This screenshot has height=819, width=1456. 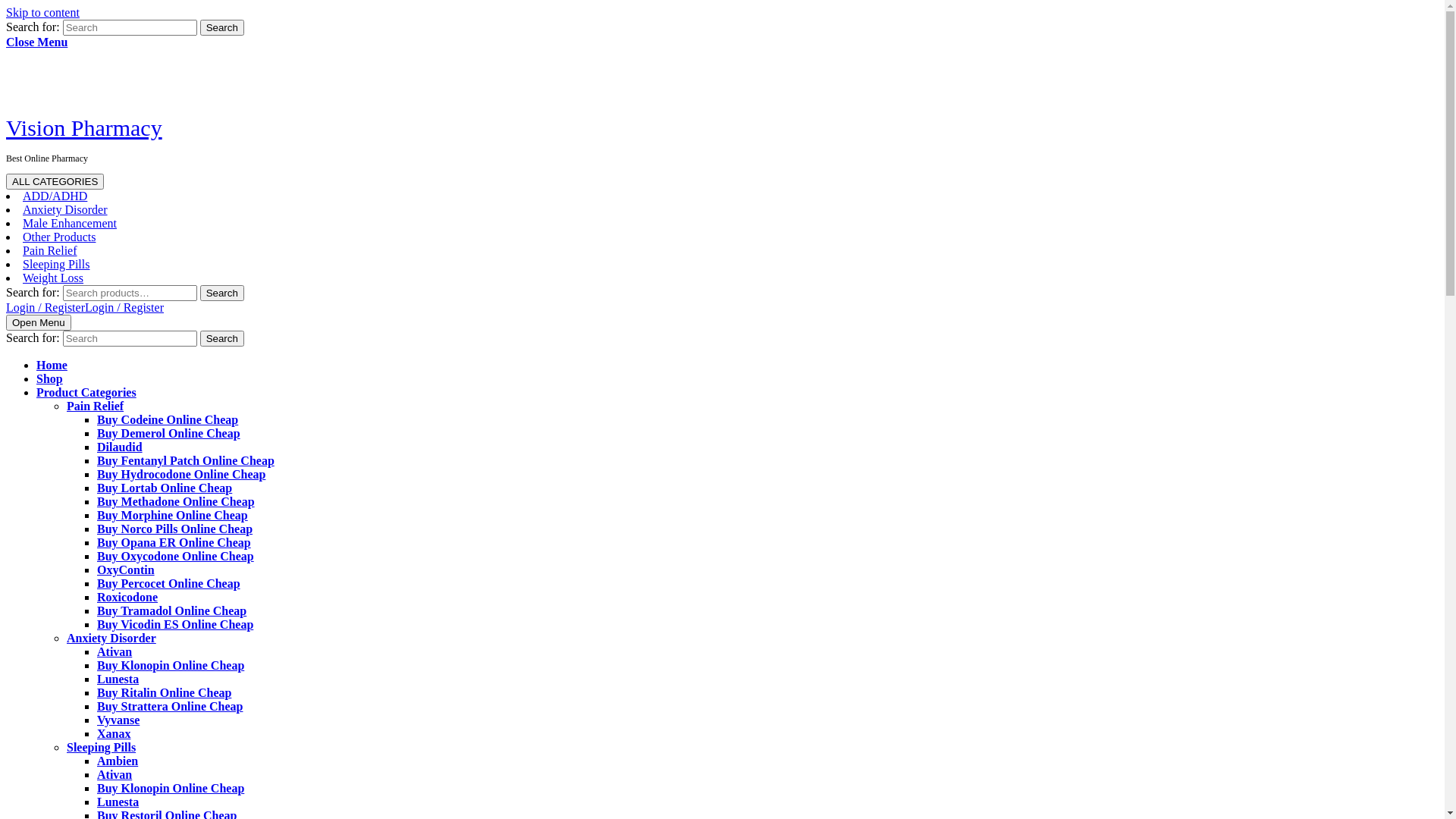 I want to click on 'Buy Oxycodone Online Cheap', so click(x=175, y=556).